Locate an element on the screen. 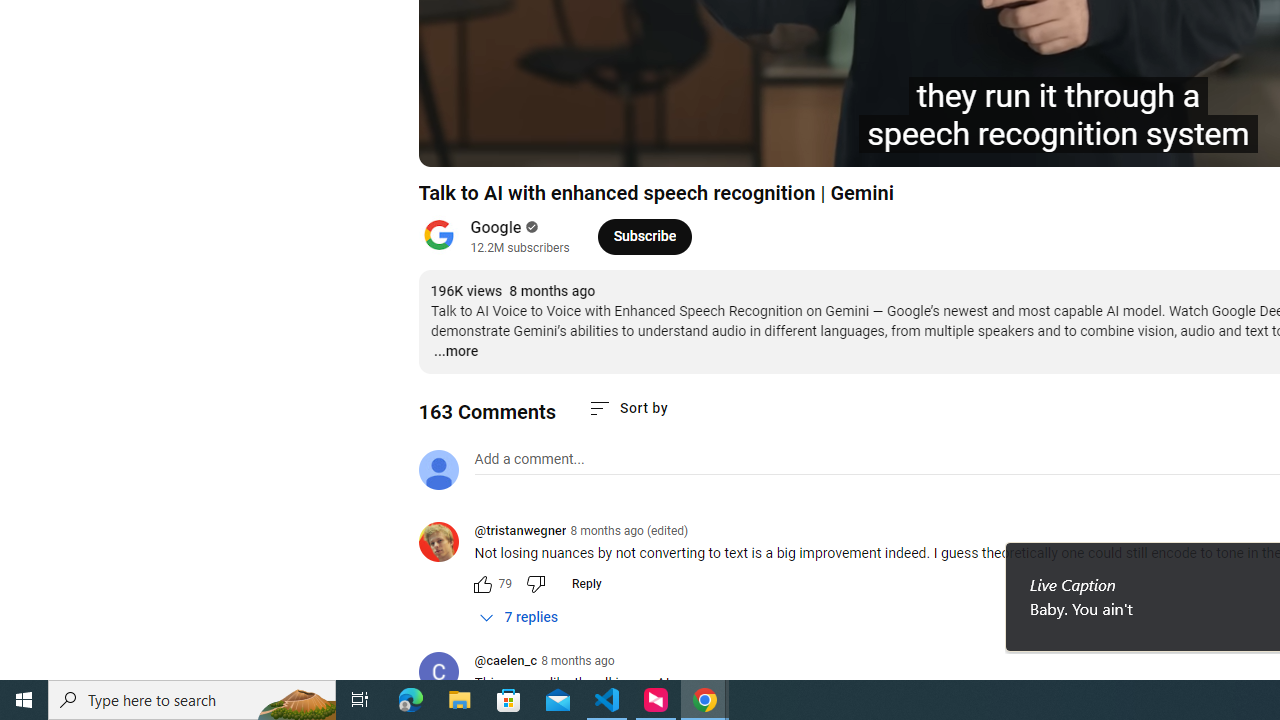  'Verified' is located at coordinates (530, 226).